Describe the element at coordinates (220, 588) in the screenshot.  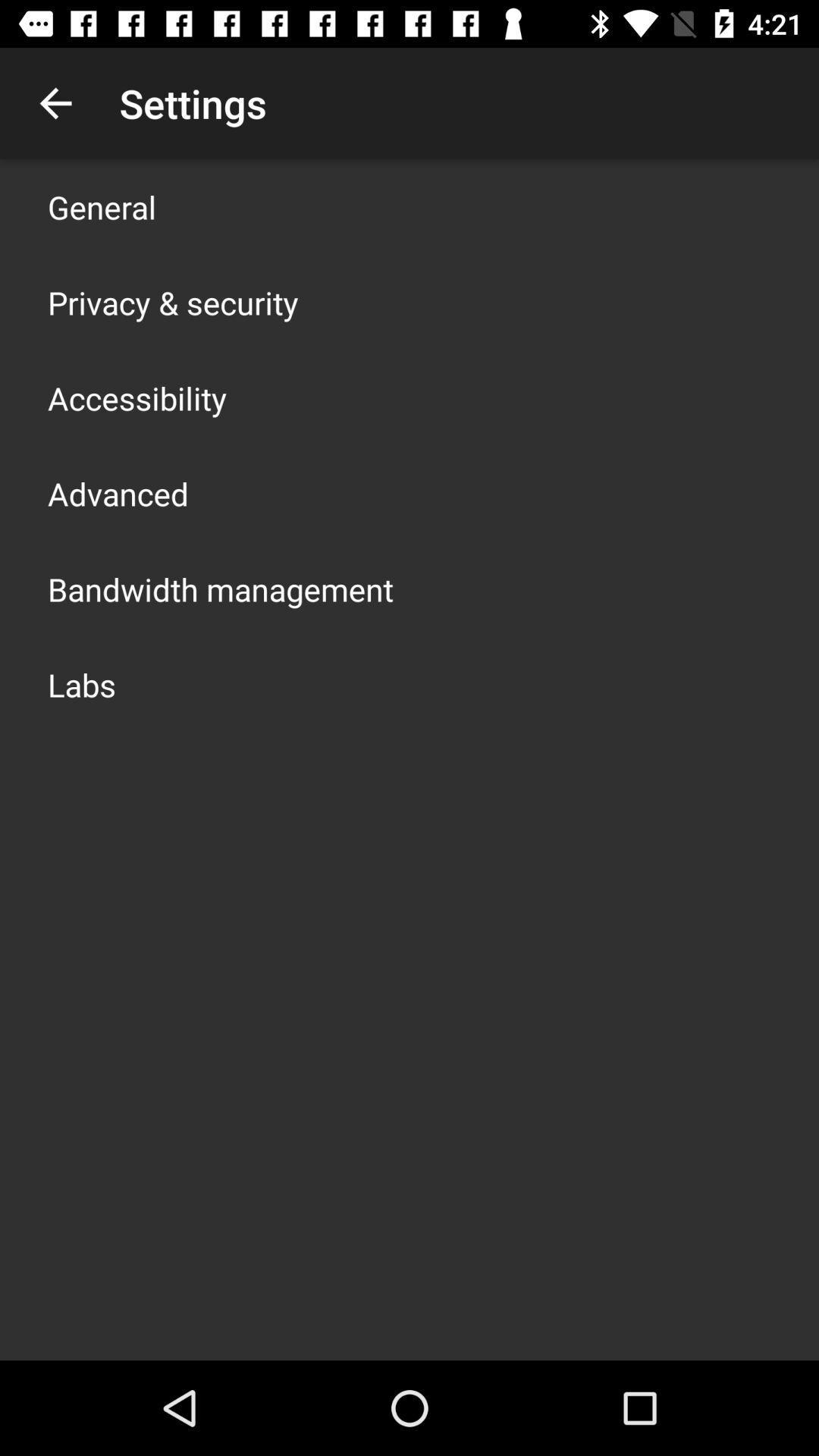
I see `bandwidth management` at that location.